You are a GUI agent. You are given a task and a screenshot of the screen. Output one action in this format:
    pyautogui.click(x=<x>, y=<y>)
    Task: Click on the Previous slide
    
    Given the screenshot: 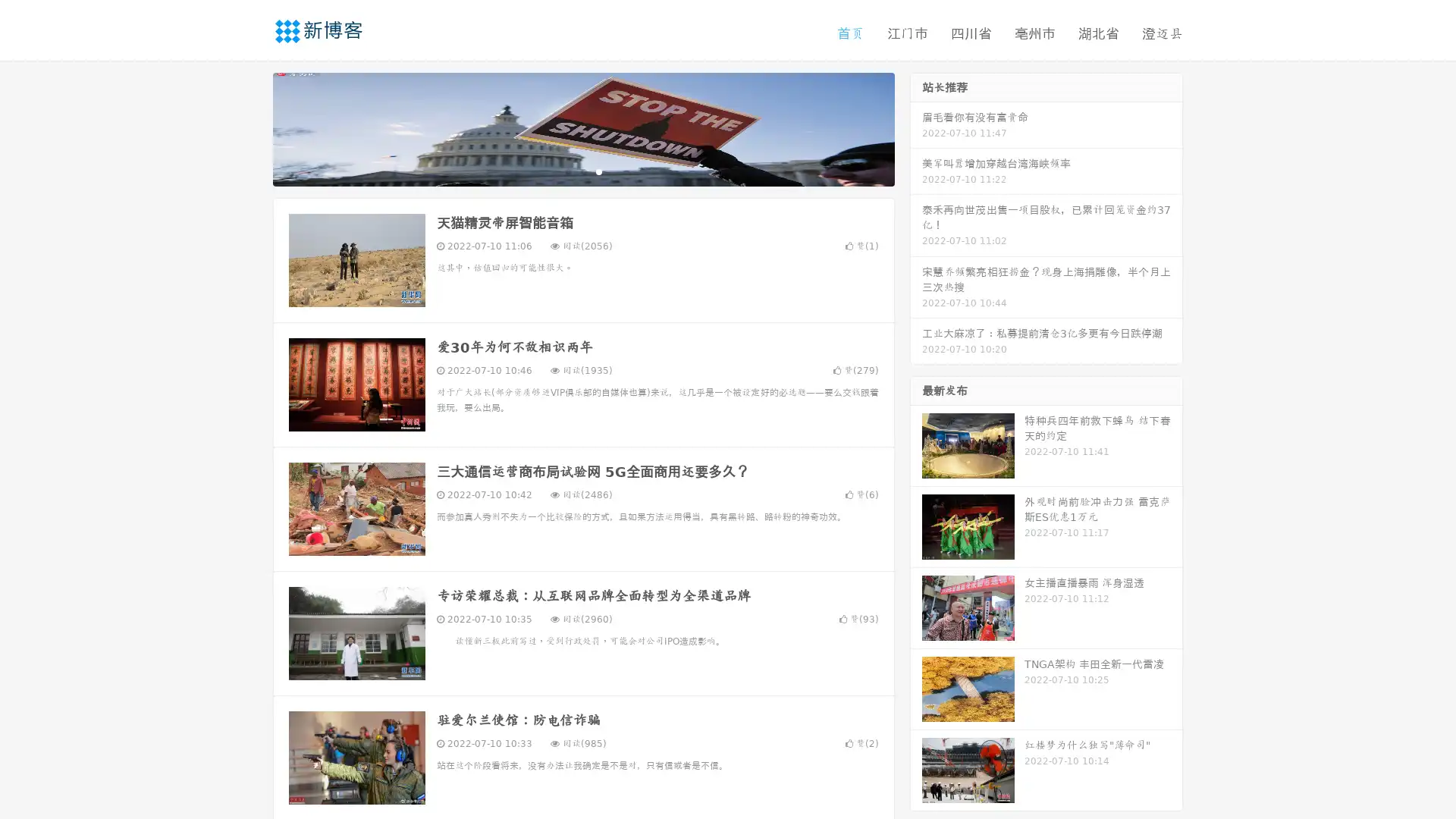 What is the action you would take?
    pyautogui.click(x=250, y=127)
    